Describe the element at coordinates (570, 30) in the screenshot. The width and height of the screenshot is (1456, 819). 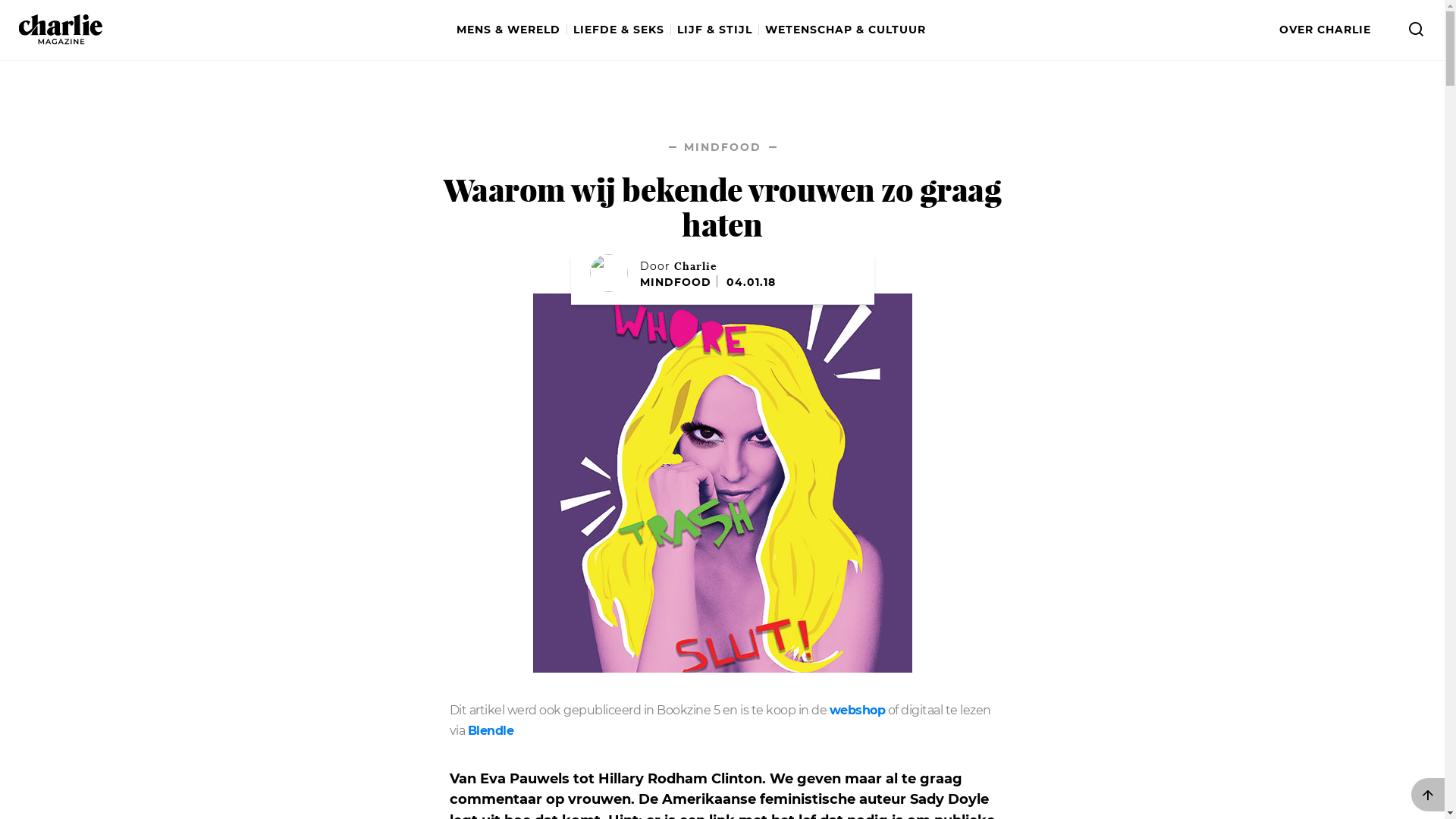
I see `'LIEFDE & SEKS'` at that location.